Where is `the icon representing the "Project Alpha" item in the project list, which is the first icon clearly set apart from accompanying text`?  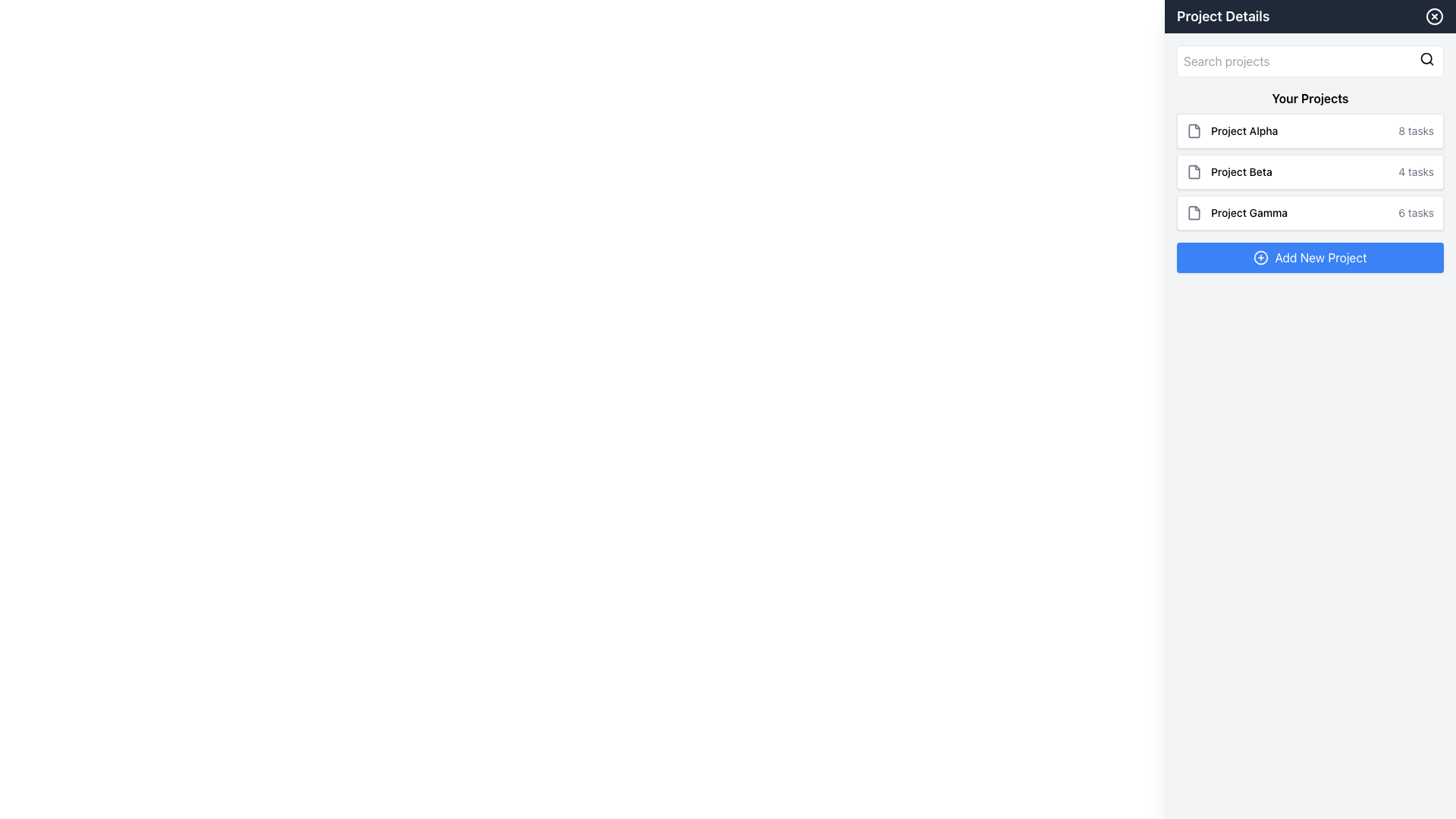 the icon representing the "Project Alpha" item in the project list, which is the first icon clearly set apart from accompanying text is located at coordinates (1193, 130).